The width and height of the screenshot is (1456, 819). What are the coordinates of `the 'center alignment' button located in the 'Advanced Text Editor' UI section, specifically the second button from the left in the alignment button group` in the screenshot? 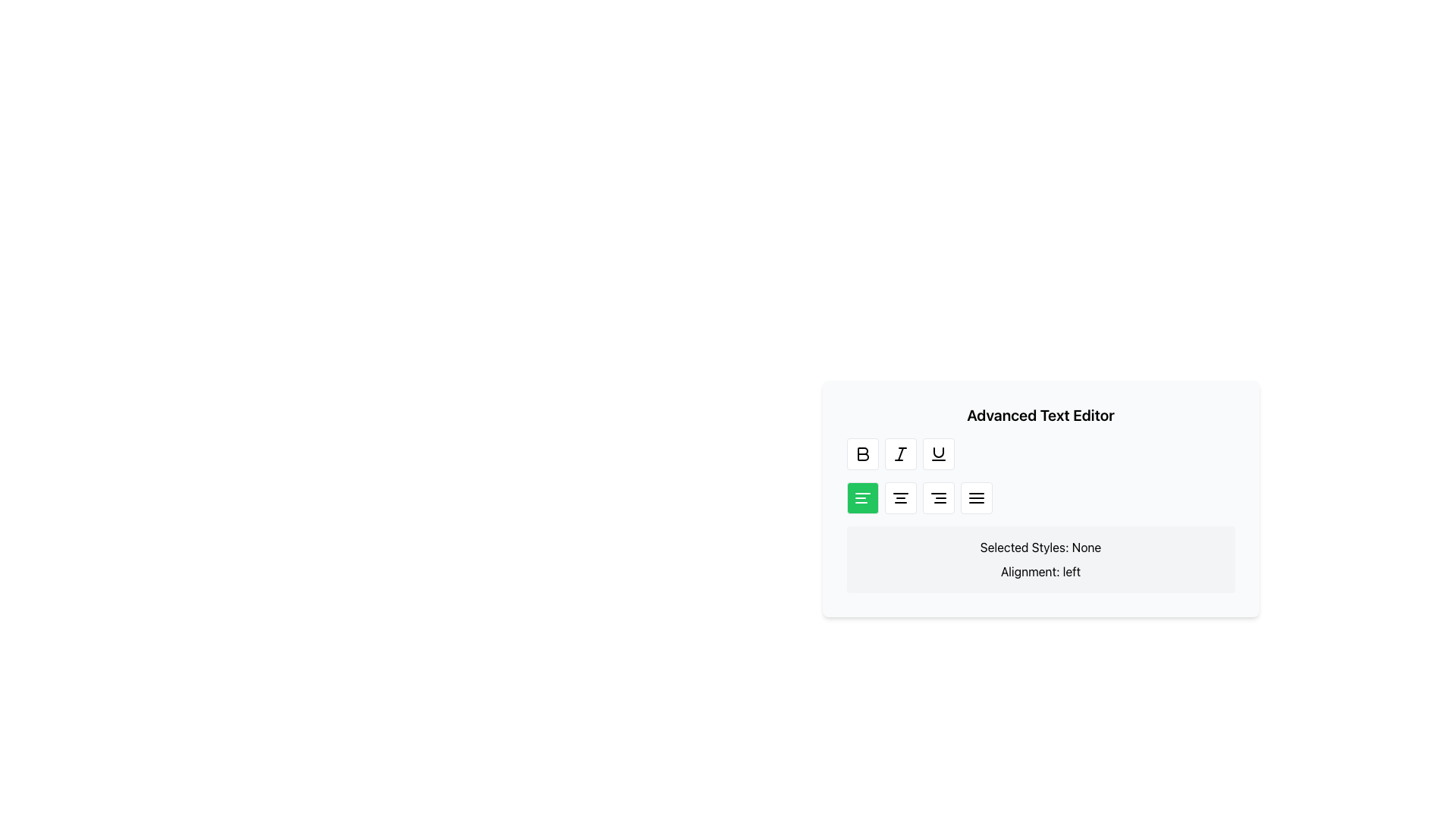 It's located at (900, 497).